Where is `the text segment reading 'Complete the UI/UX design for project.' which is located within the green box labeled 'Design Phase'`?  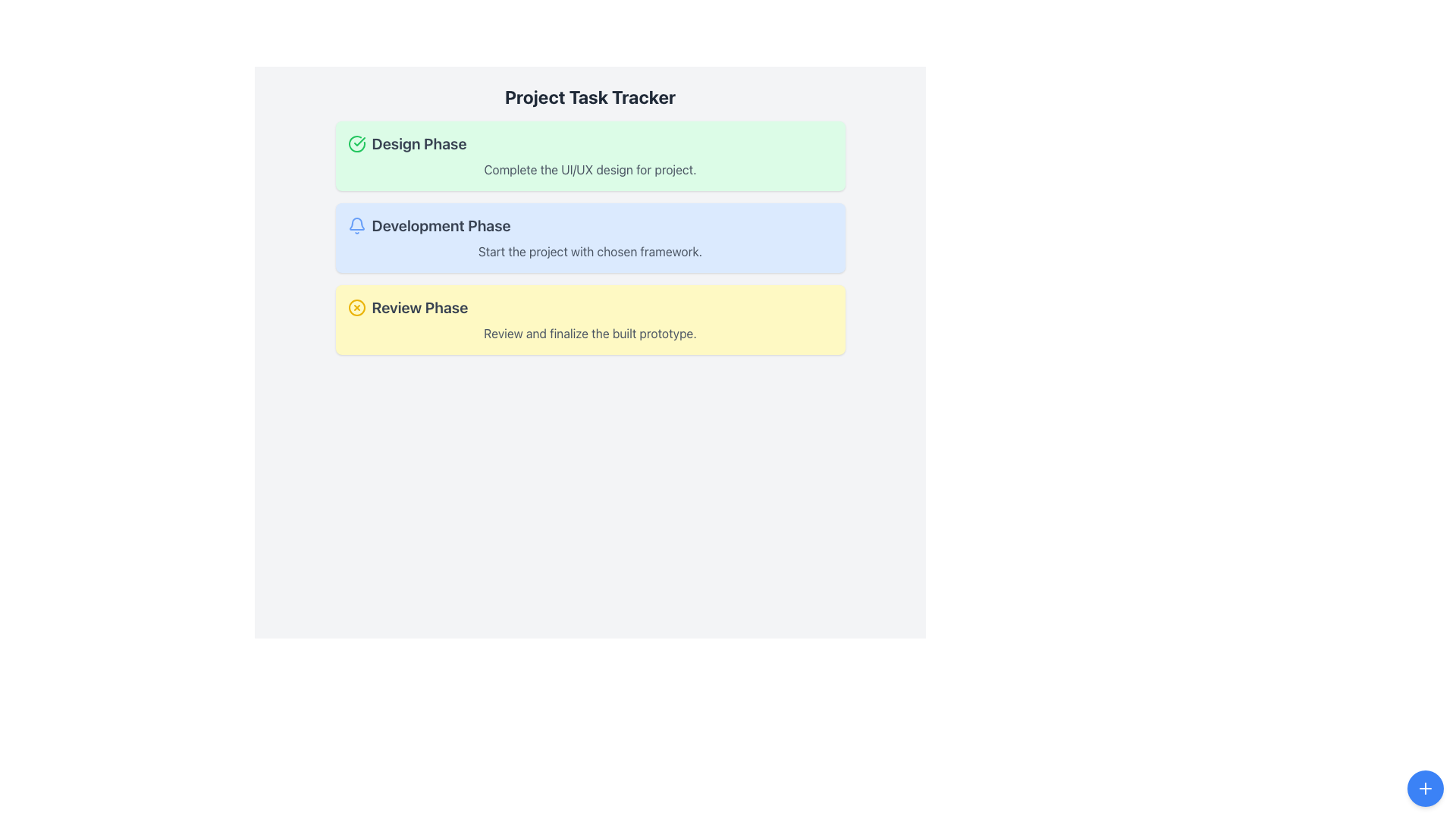 the text segment reading 'Complete the UI/UX design for project.' which is located within the green box labeled 'Design Phase' is located at coordinates (589, 169).